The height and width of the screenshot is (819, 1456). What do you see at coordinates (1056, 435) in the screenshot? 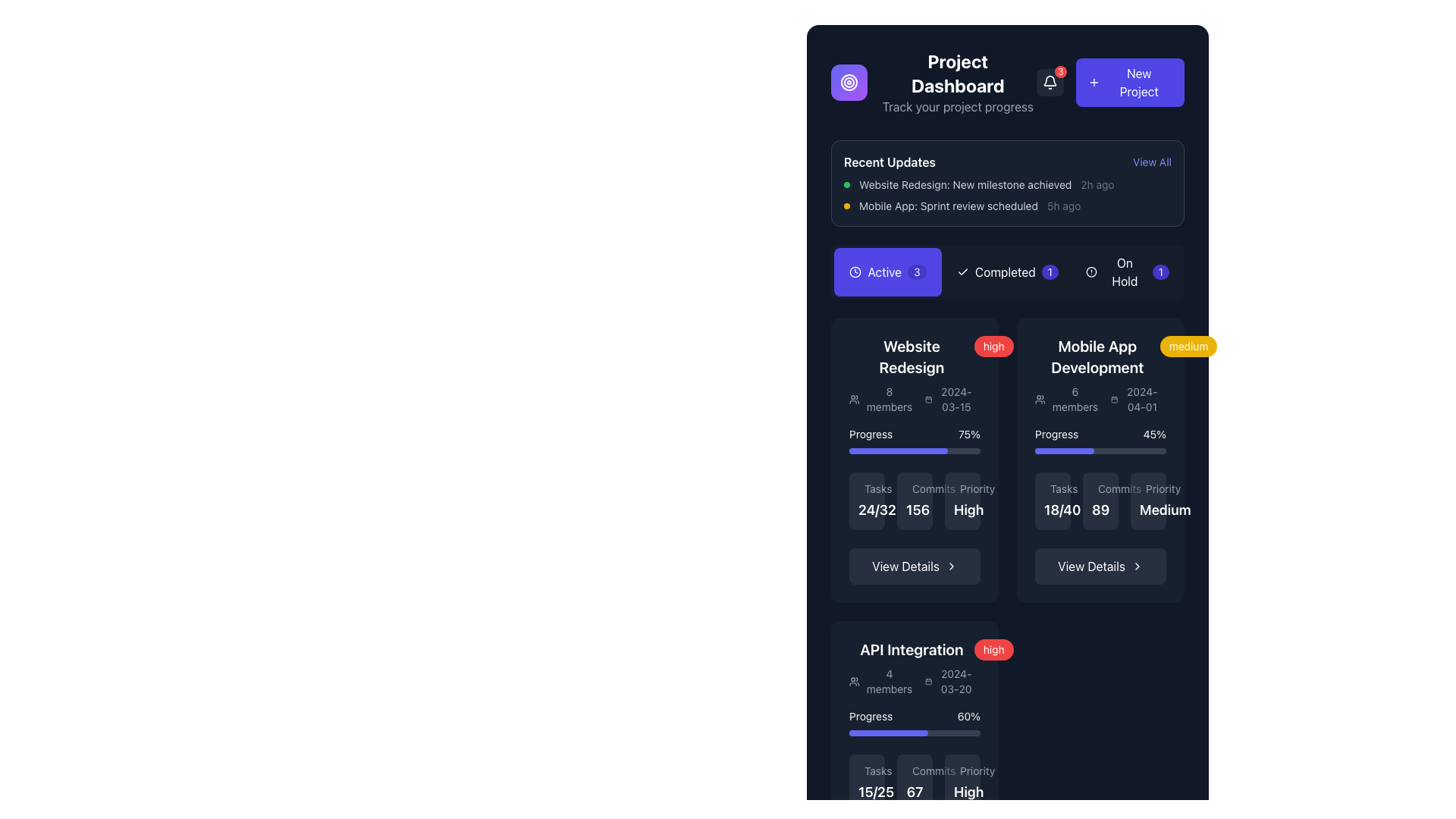
I see `the Text Label that indicates the progress tracking for 'Mobile App Development', located above the progress bar and near the '45%' metric` at bounding box center [1056, 435].